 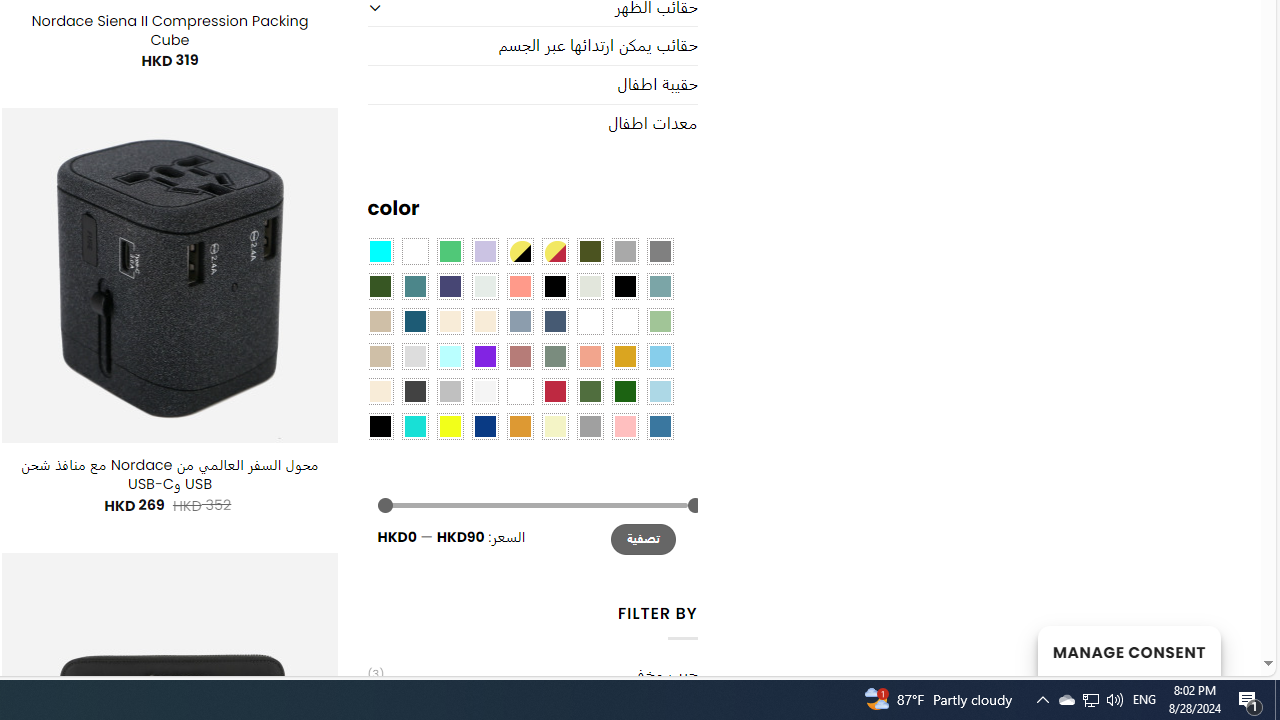 I want to click on 'Brownie', so click(x=380, y=320).